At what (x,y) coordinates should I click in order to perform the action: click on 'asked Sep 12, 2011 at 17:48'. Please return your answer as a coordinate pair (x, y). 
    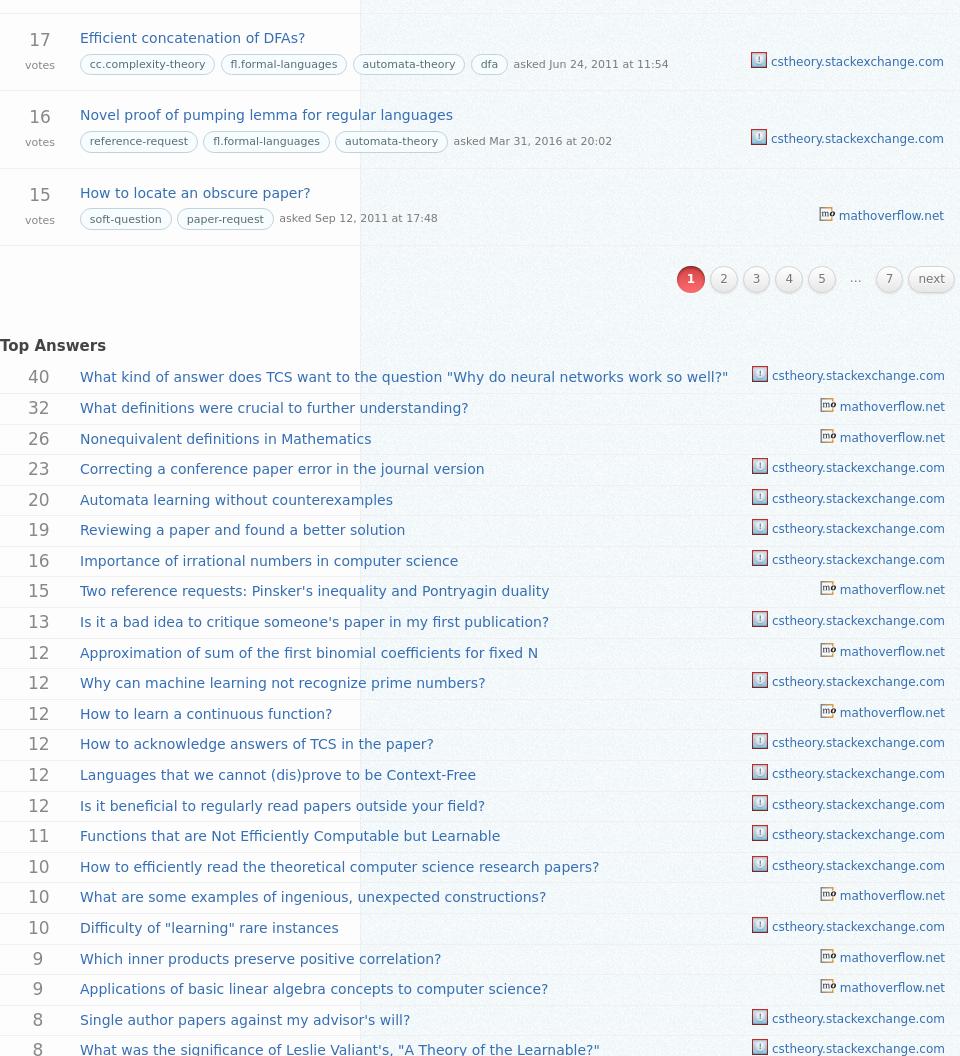
    Looking at the image, I should click on (355, 217).